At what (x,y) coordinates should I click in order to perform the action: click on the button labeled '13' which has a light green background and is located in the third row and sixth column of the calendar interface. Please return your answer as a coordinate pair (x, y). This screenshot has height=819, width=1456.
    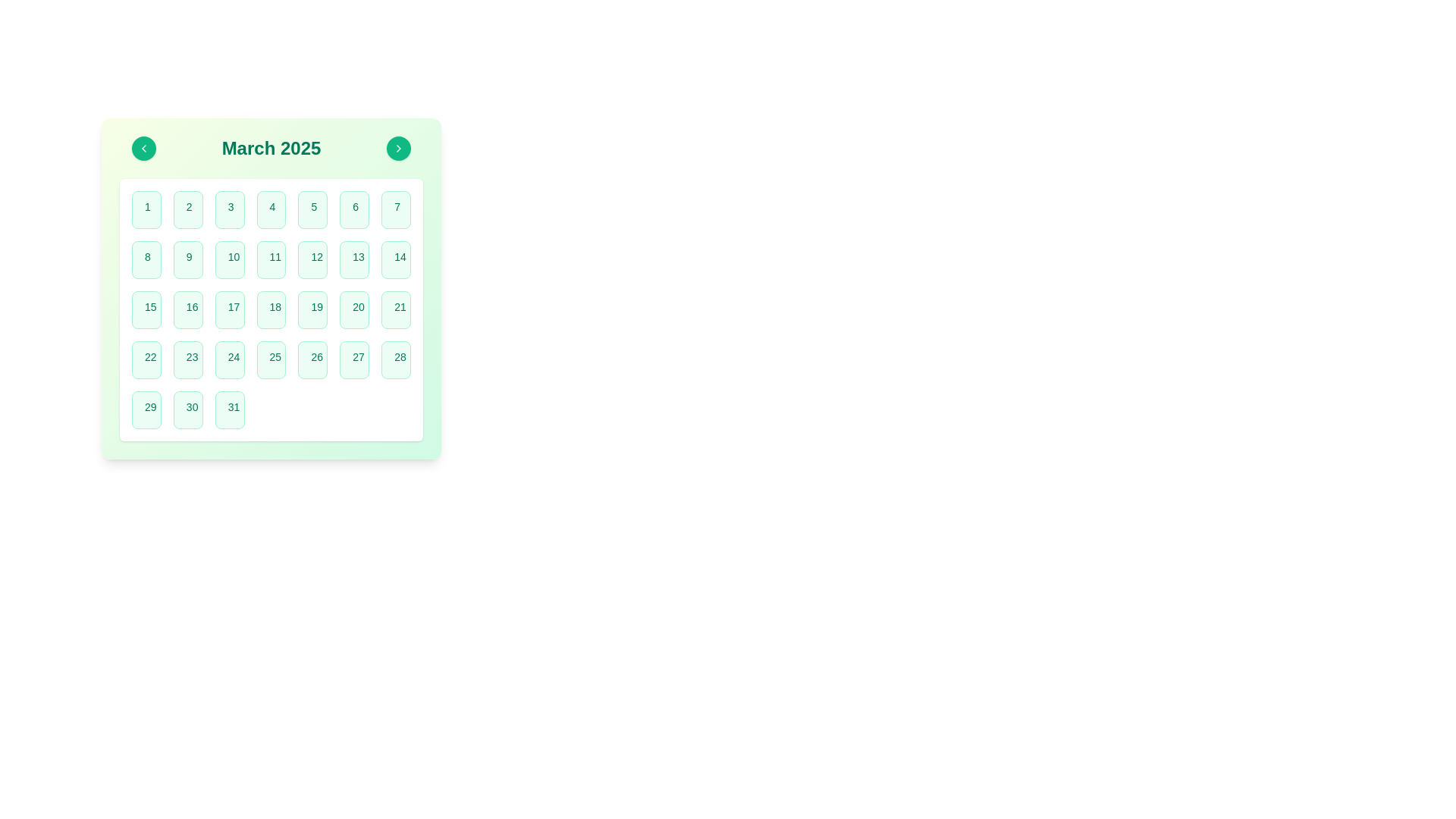
    Looking at the image, I should click on (353, 259).